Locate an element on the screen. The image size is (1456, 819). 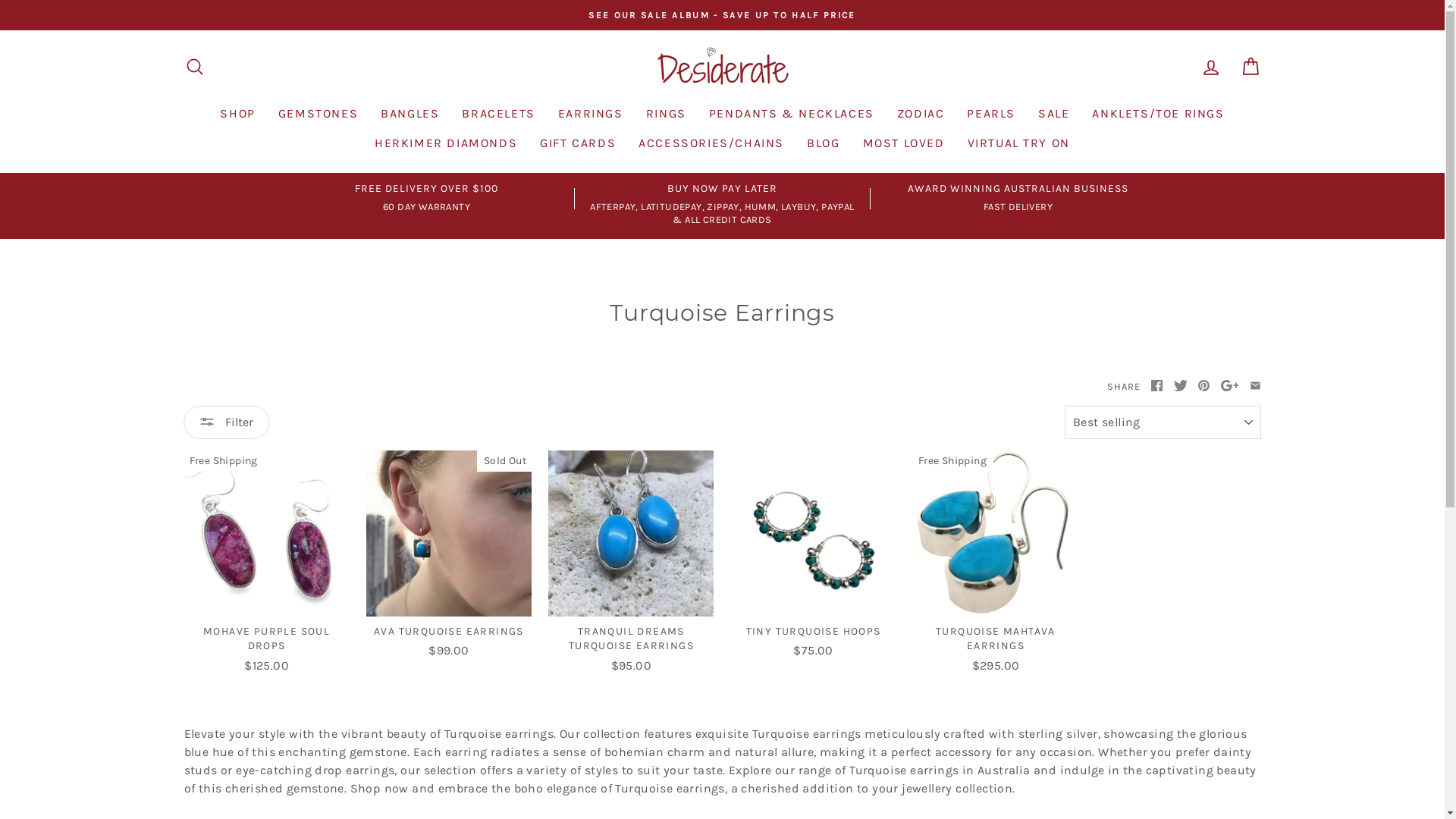
'GEMSTONES' is located at coordinates (266, 112).